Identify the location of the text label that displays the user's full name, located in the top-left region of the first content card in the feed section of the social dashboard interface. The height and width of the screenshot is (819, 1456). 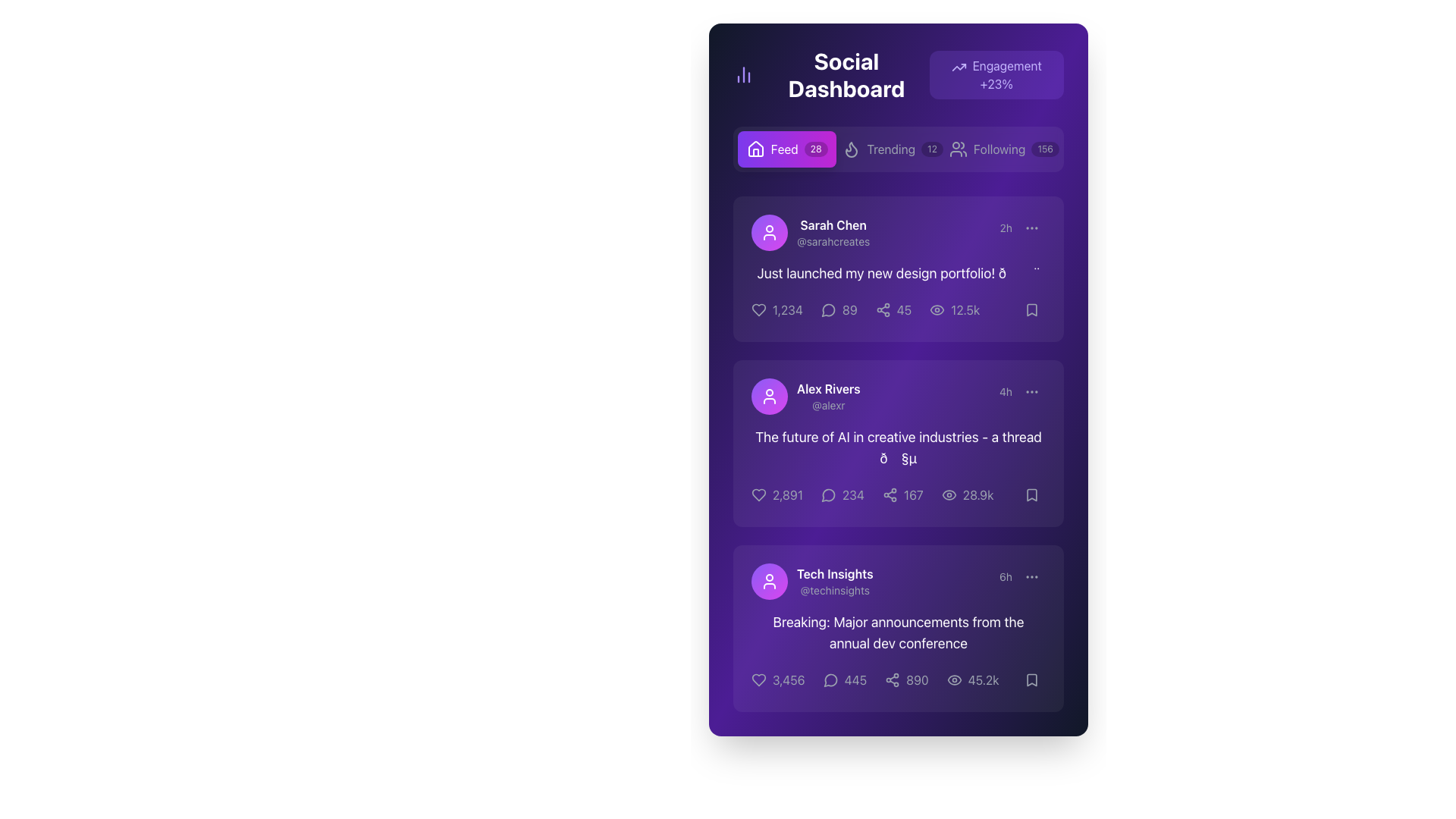
(833, 225).